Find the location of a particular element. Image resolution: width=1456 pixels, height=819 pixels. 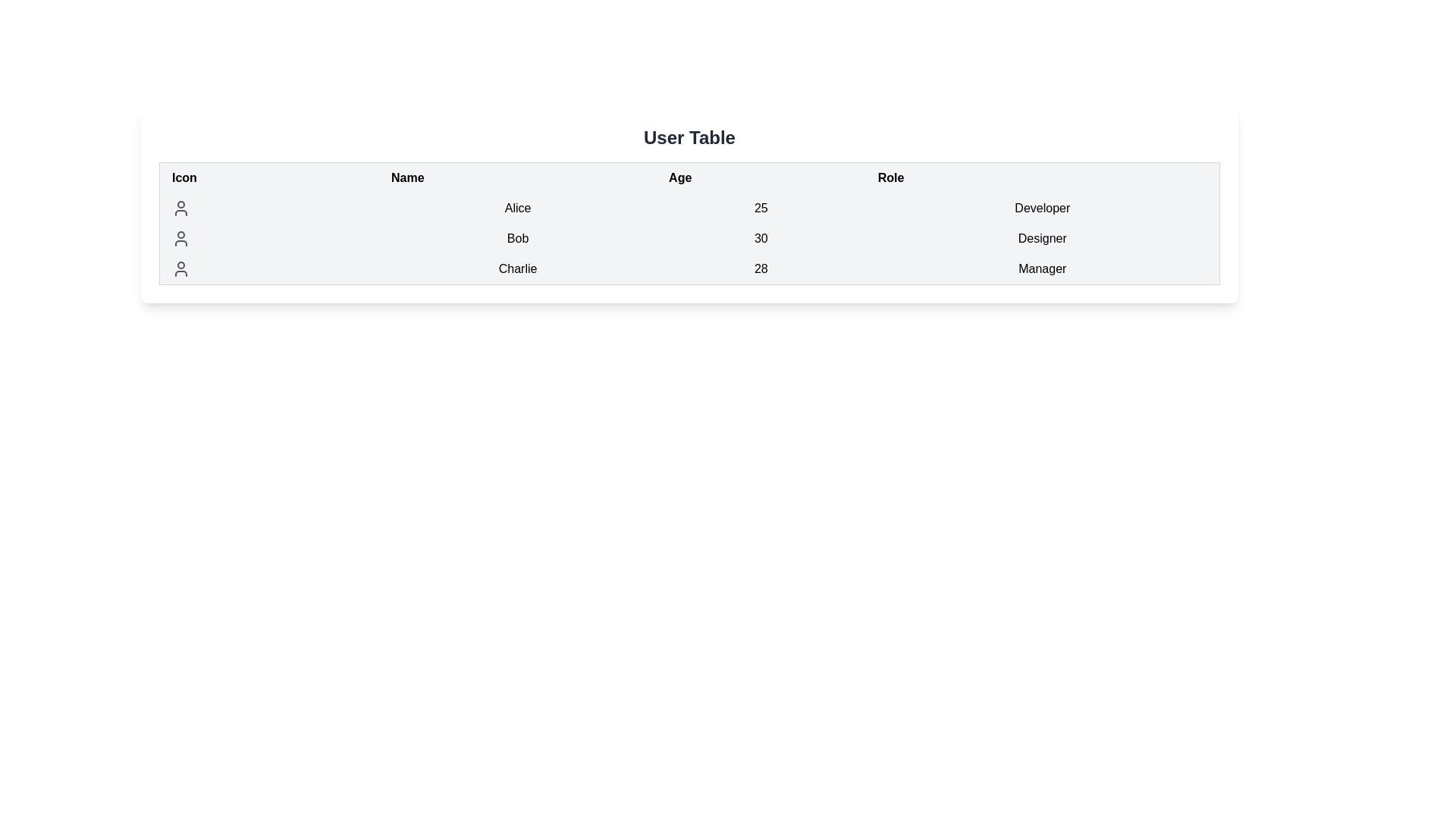

the table row displaying details about 'Bob', which is the second row in the table is located at coordinates (689, 239).